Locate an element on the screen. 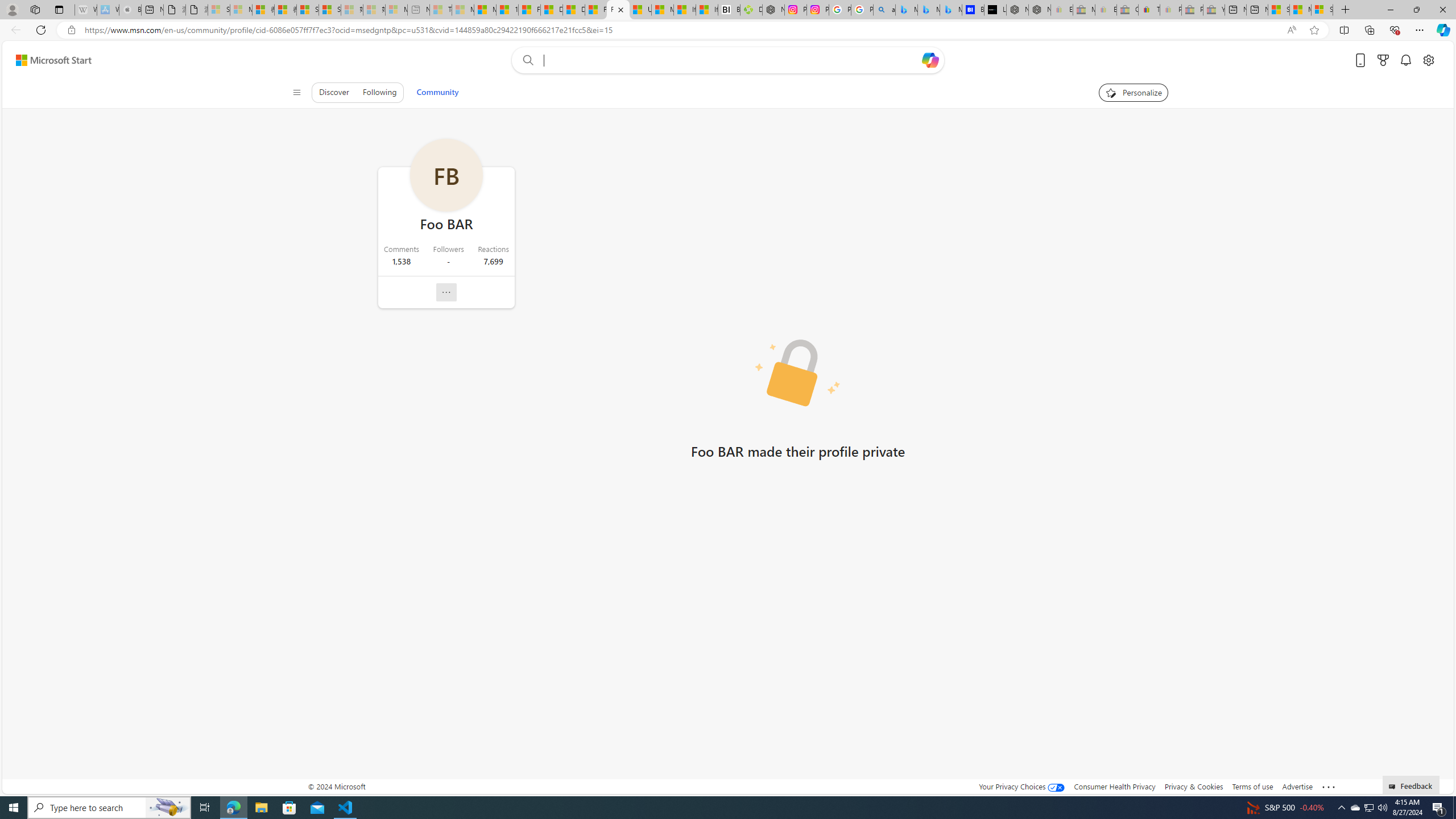  'Microsoft Services Agreement - Sleeping' is located at coordinates (241, 9).